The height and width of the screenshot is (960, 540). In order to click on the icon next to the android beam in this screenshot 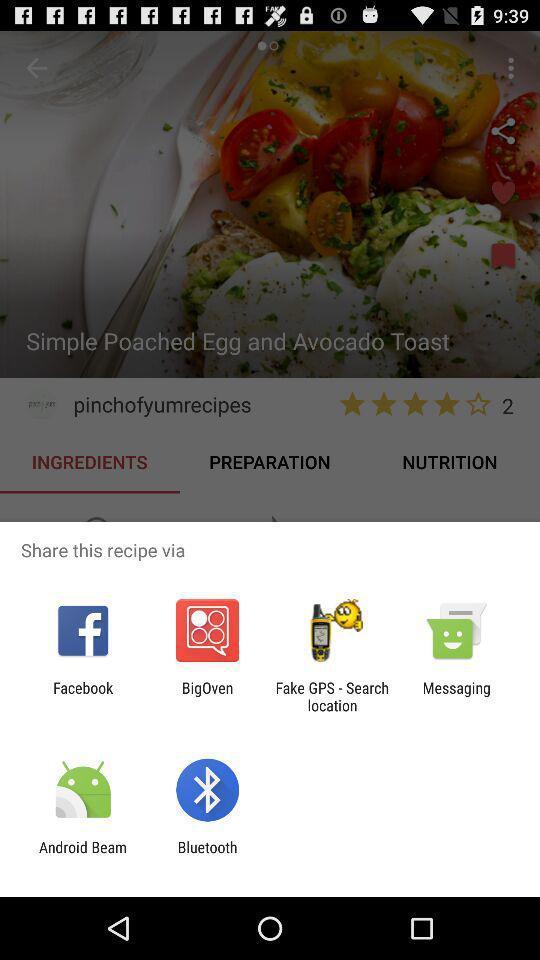, I will do `click(206, 855)`.